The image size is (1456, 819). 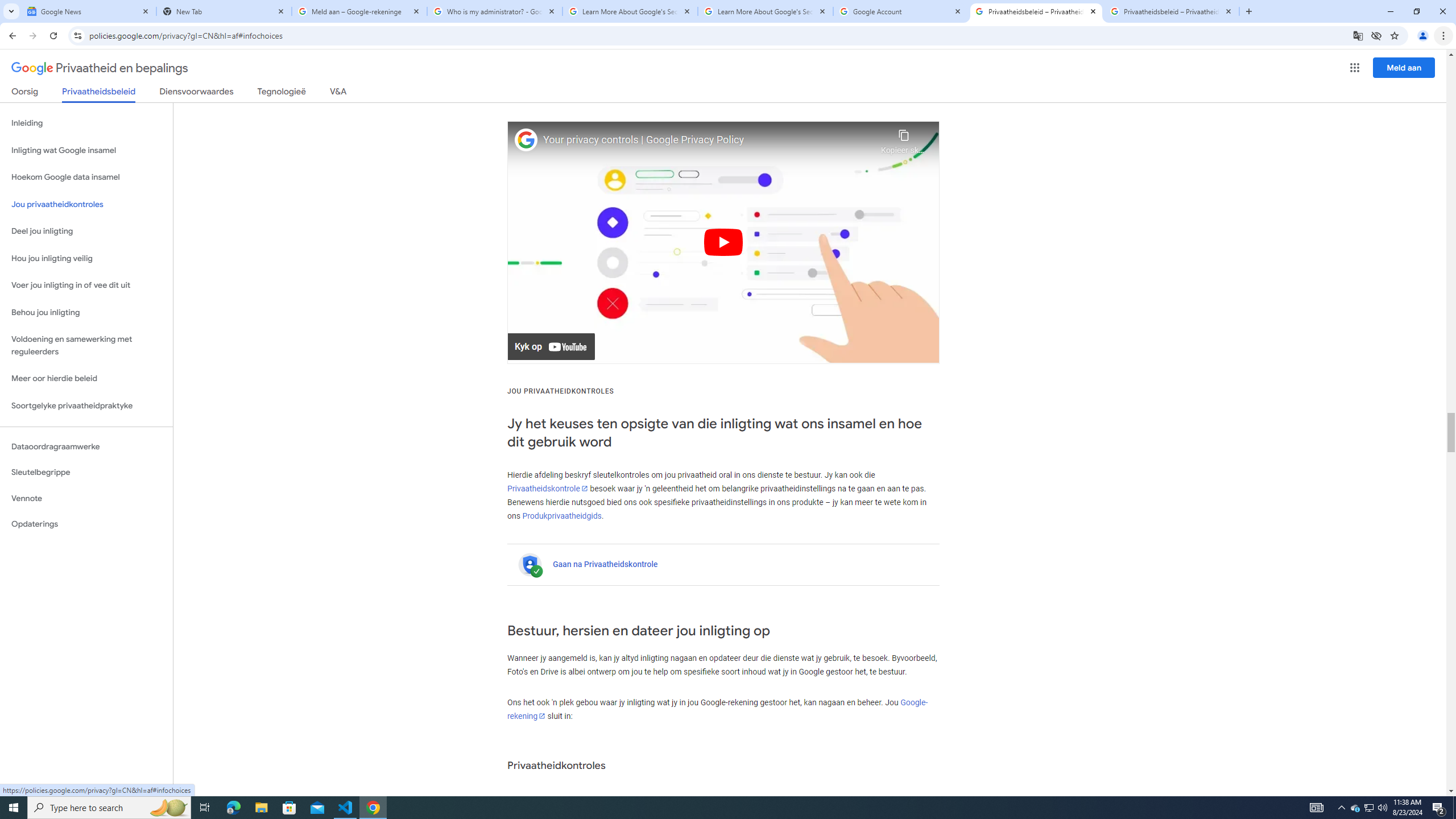 I want to click on 'V&A', so click(x=337, y=93).